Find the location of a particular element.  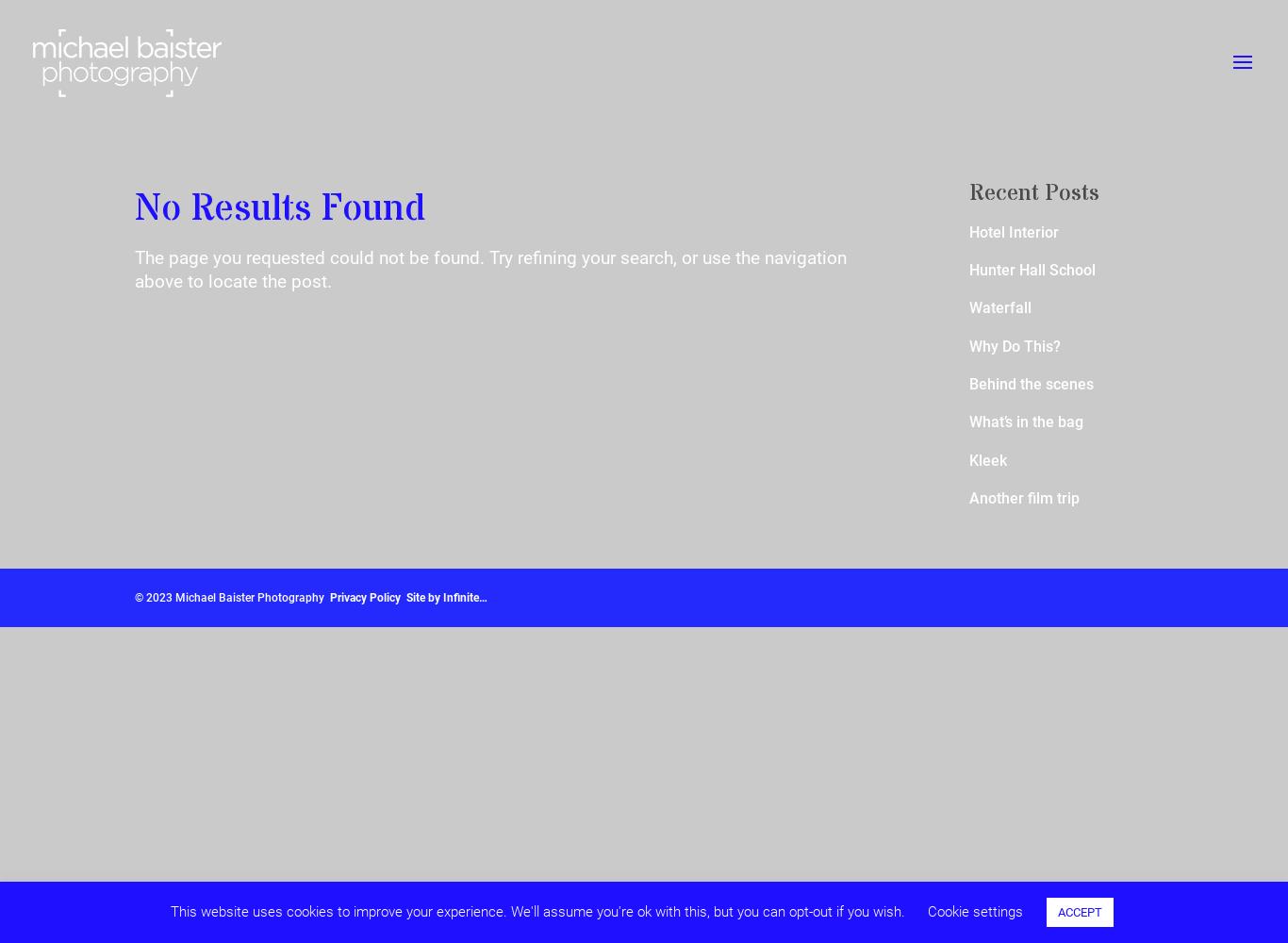

'Site by Infinite…' is located at coordinates (447, 598).